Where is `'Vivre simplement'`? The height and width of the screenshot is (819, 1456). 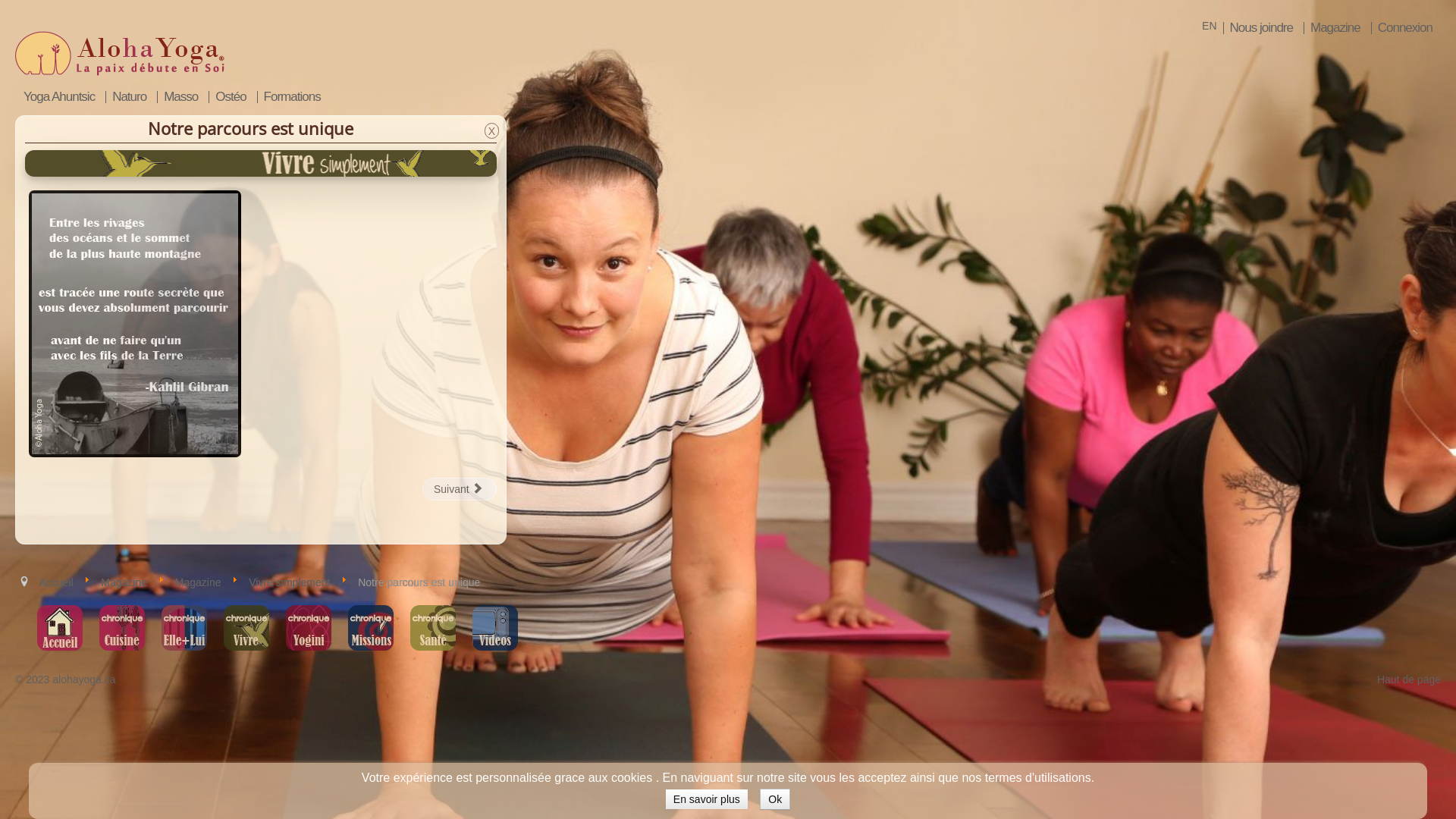
'Vivre simplement' is located at coordinates (248, 581).